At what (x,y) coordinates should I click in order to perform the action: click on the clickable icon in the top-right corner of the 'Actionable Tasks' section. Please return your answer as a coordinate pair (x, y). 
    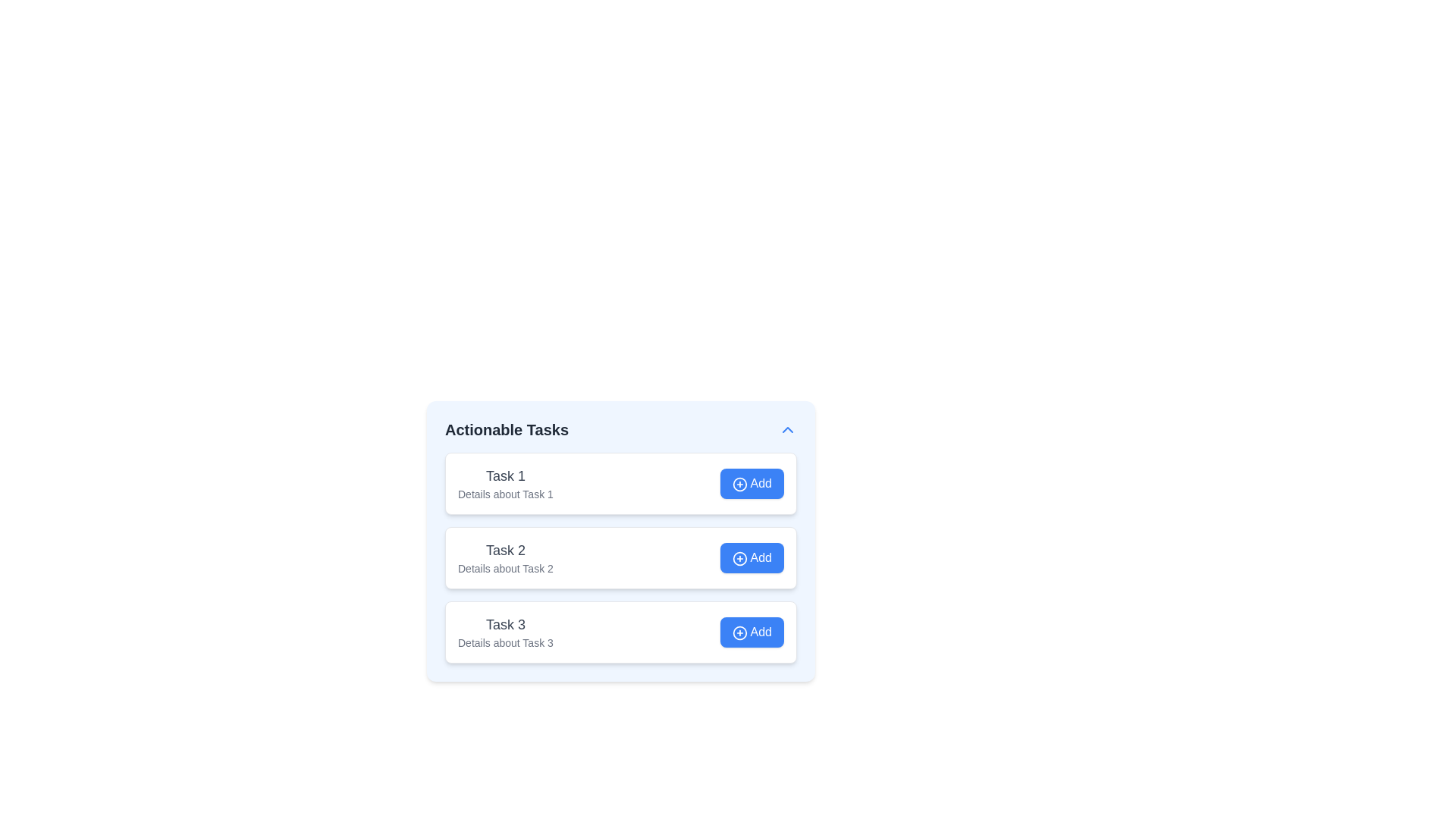
    Looking at the image, I should click on (787, 430).